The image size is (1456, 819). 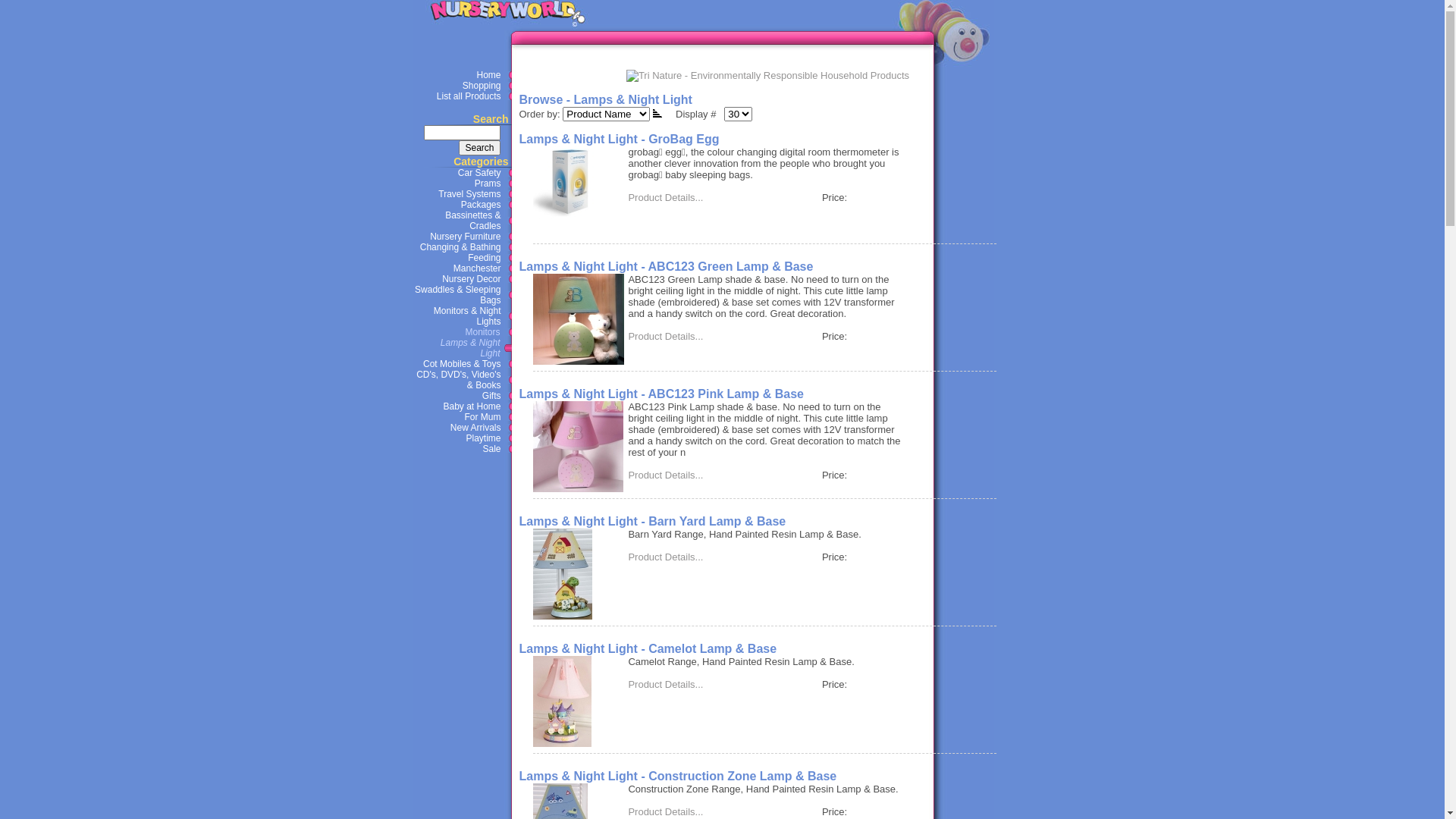 I want to click on 'Playtime', so click(x=461, y=438).